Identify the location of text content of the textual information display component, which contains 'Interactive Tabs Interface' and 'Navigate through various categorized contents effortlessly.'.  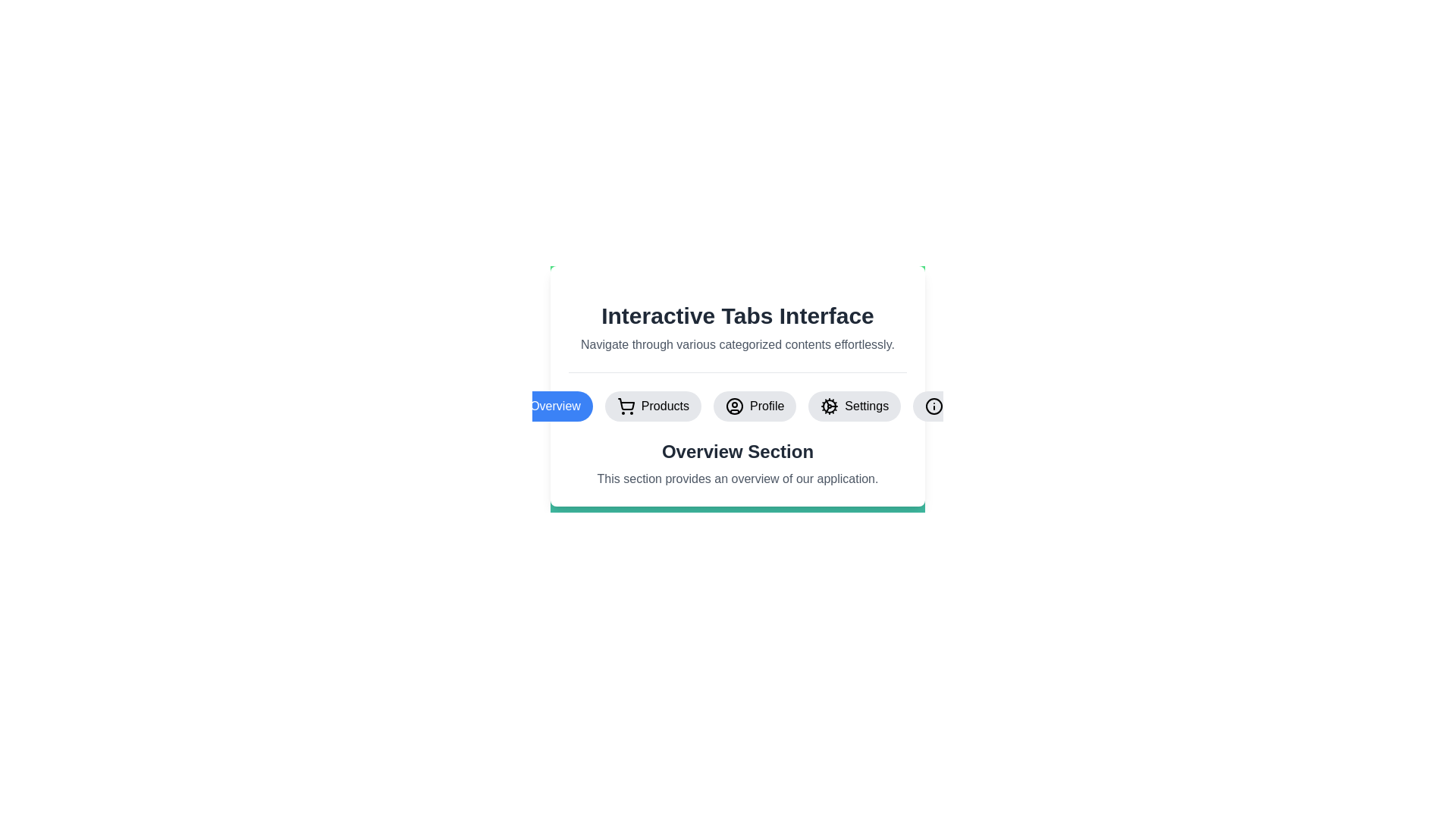
(738, 327).